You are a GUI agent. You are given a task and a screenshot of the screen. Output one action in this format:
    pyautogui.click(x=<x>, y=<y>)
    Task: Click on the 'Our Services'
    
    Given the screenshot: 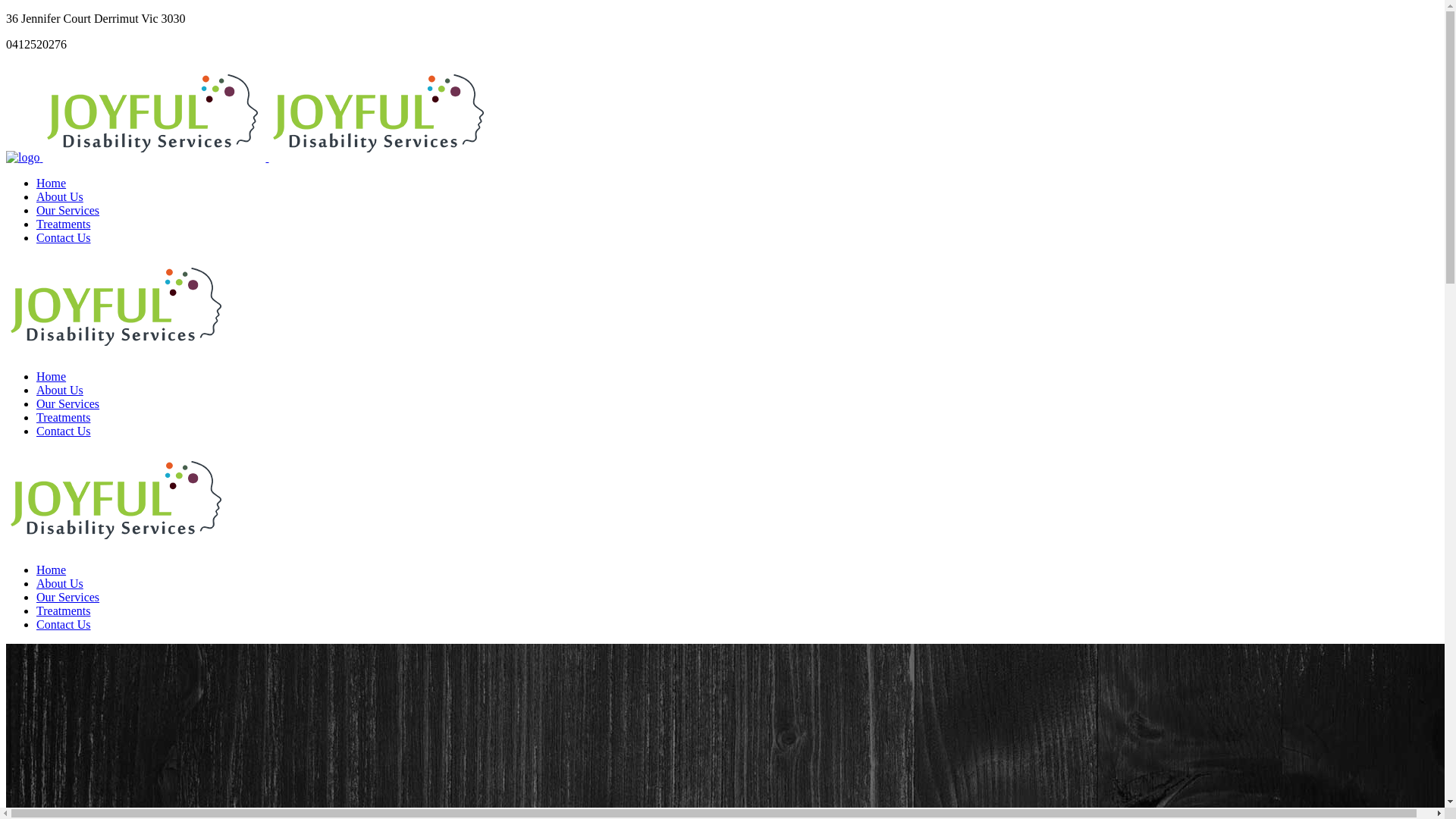 What is the action you would take?
    pyautogui.click(x=67, y=596)
    